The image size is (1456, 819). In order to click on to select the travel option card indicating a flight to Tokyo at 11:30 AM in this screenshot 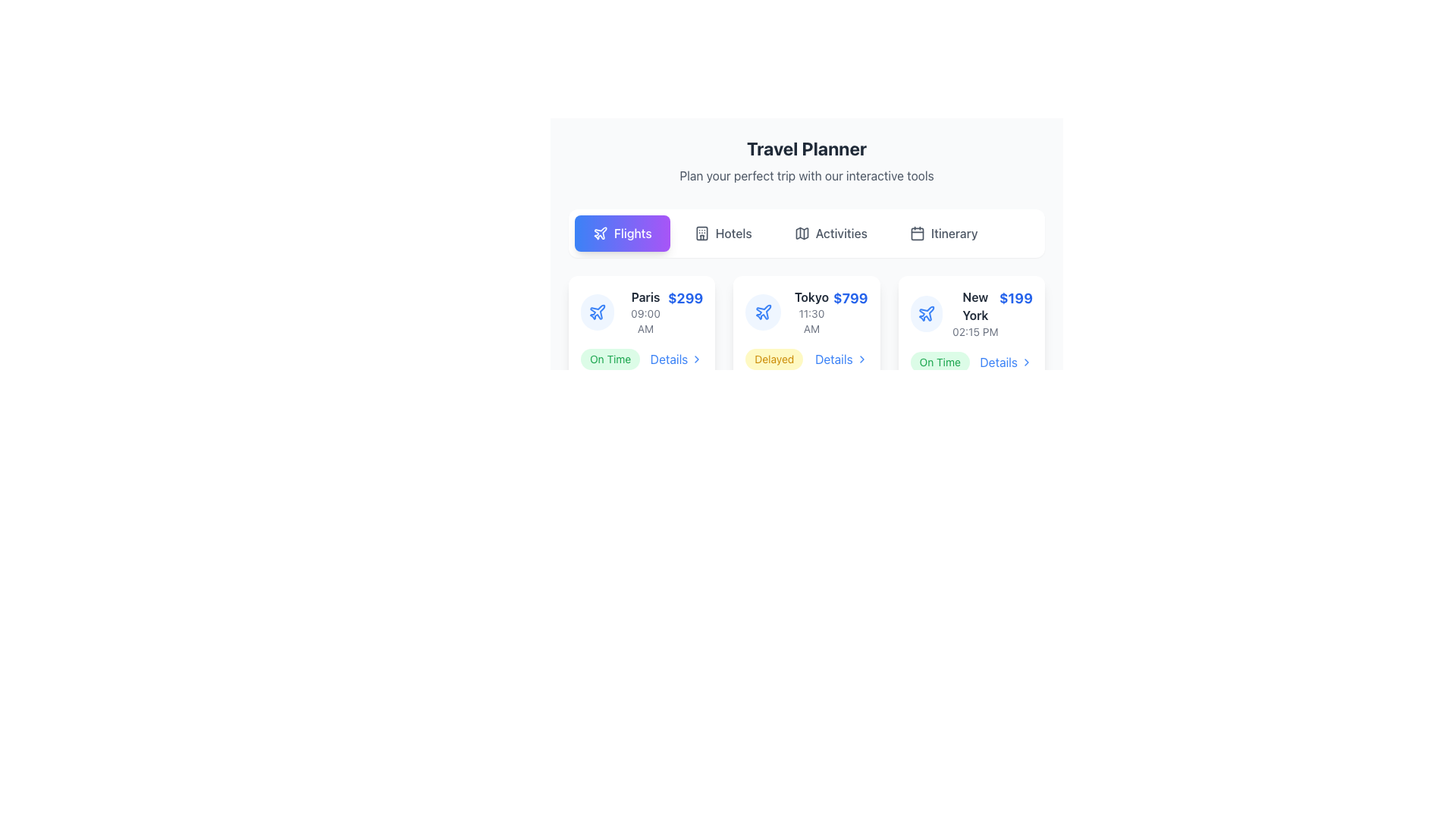, I will do `click(789, 312)`.